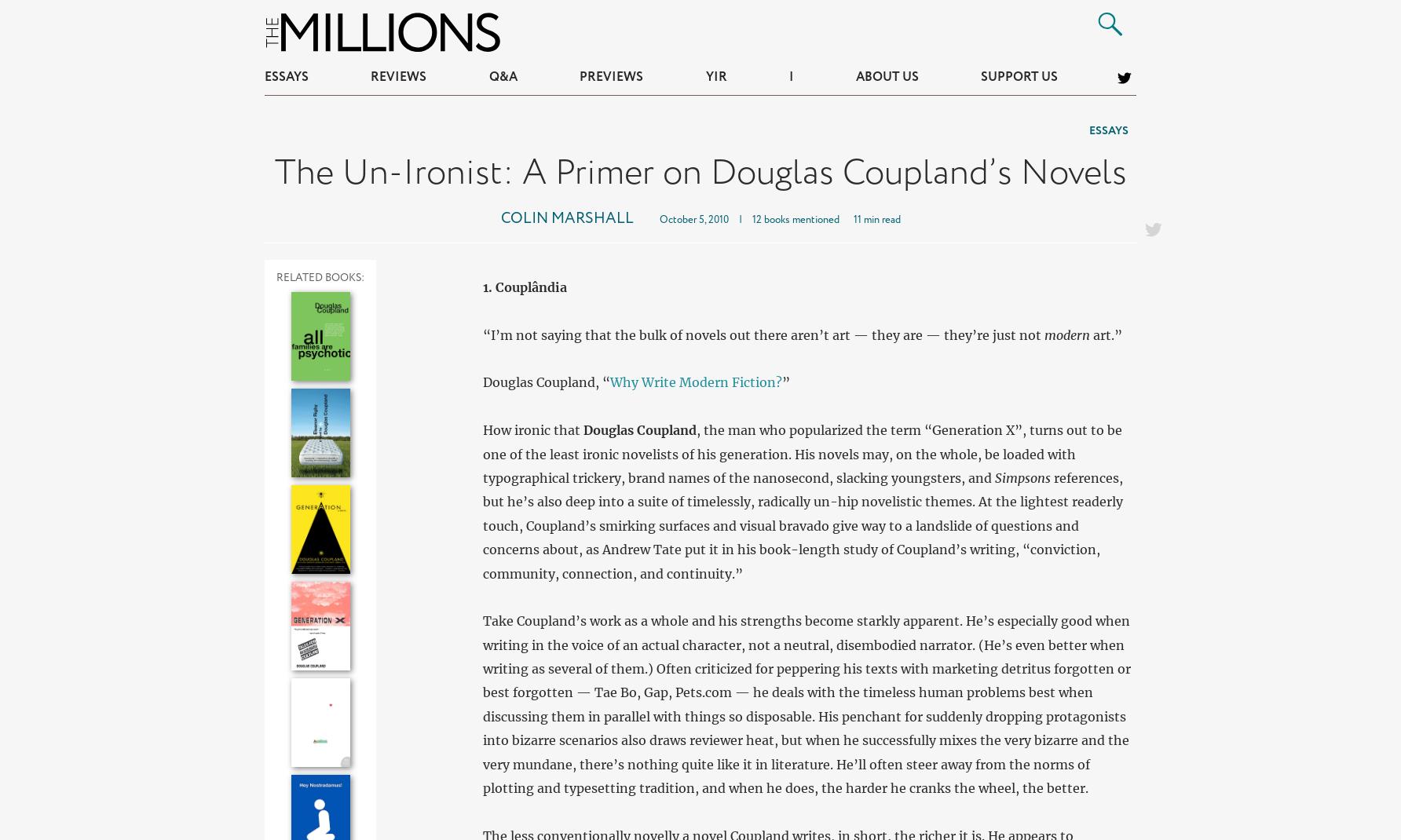  Describe the element at coordinates (523, 285) in the screenshot. I see `'1. Couplândia'` at that location.